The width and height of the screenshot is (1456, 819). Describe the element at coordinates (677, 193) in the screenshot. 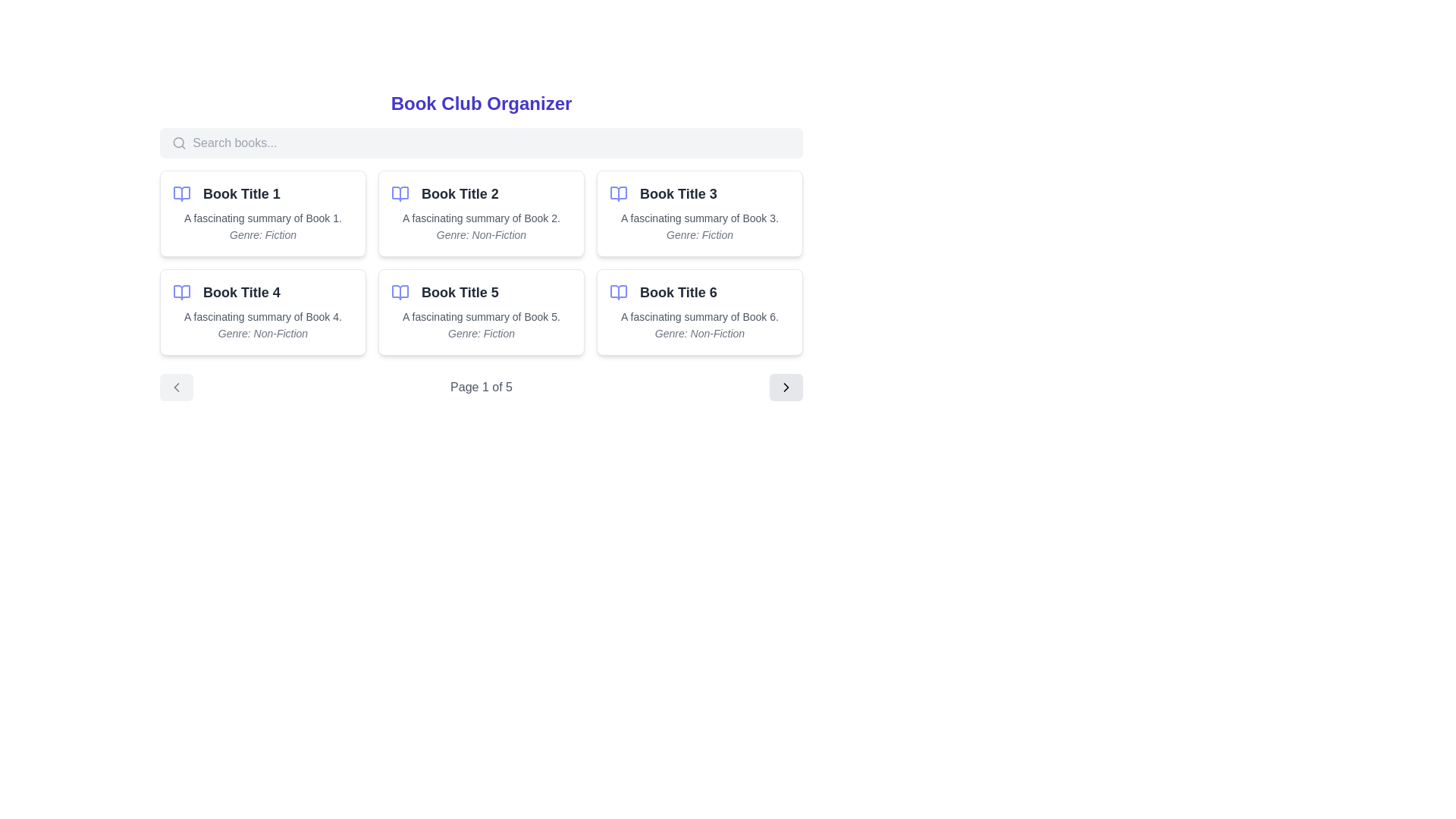

I see `the text content of the label displaying 'Book Title 3', which is styled with 'text-lg font-semibold text-gray-800' and located in the second column of the first row of a grid-like structure` at that location.